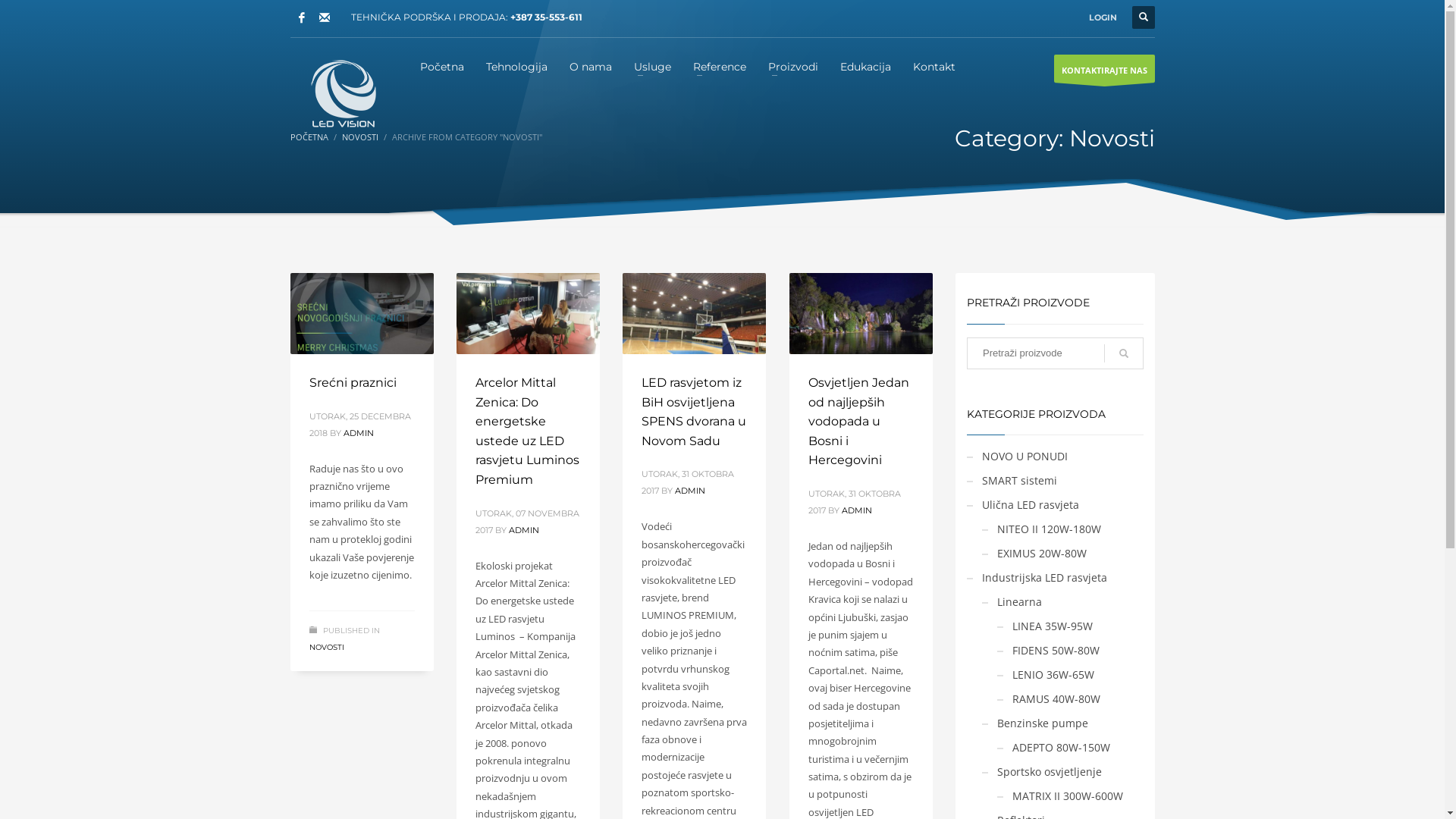 This screenshot has width=1456, height=819. What do you see at coordinates (1034, 722) in the screenshot?
I see `'Benzinske pumpe'` at bounding box center [1034, 722].